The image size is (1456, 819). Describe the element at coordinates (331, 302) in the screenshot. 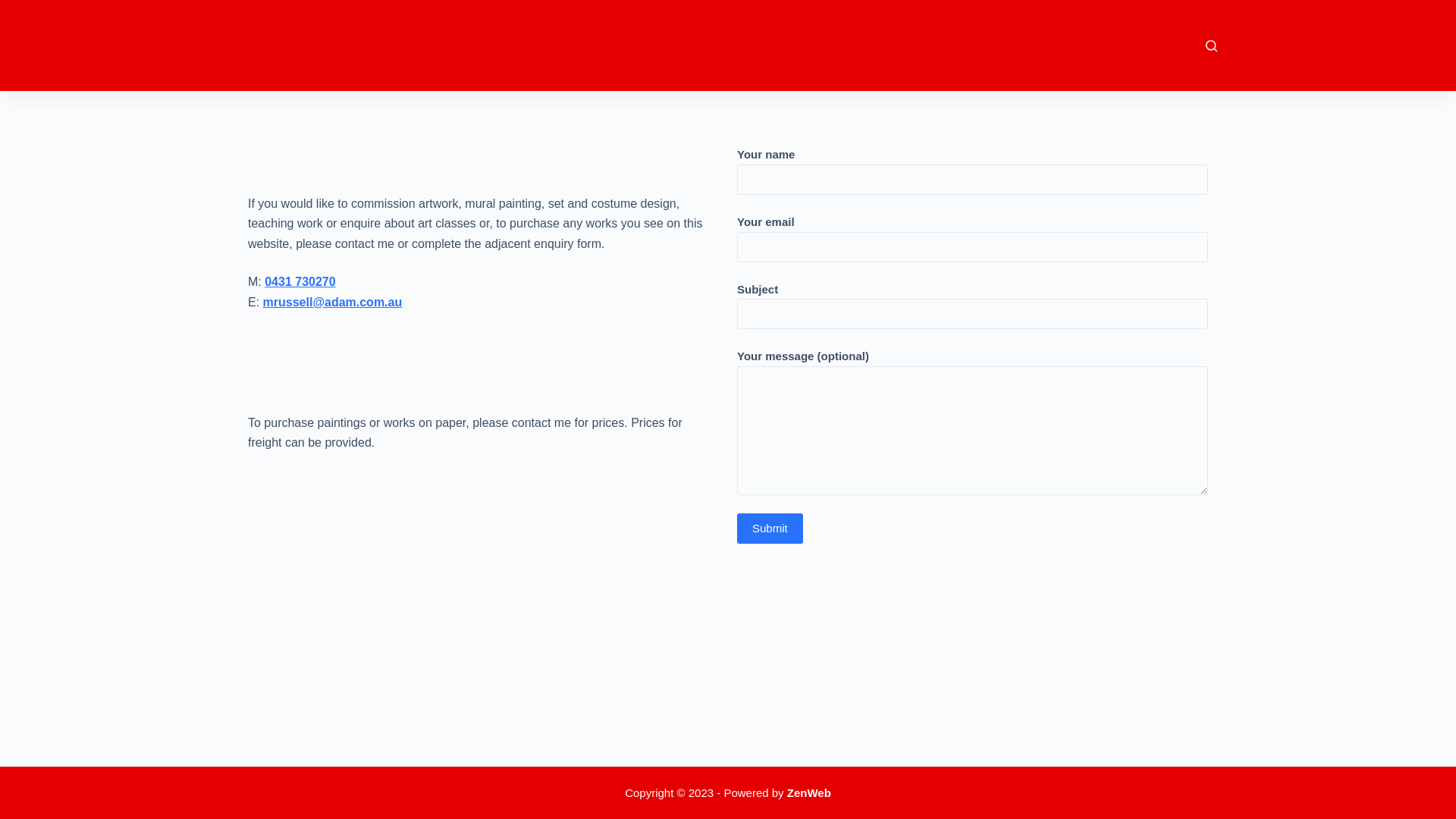

I see `'mrussell@adam.com.au'` at that location.